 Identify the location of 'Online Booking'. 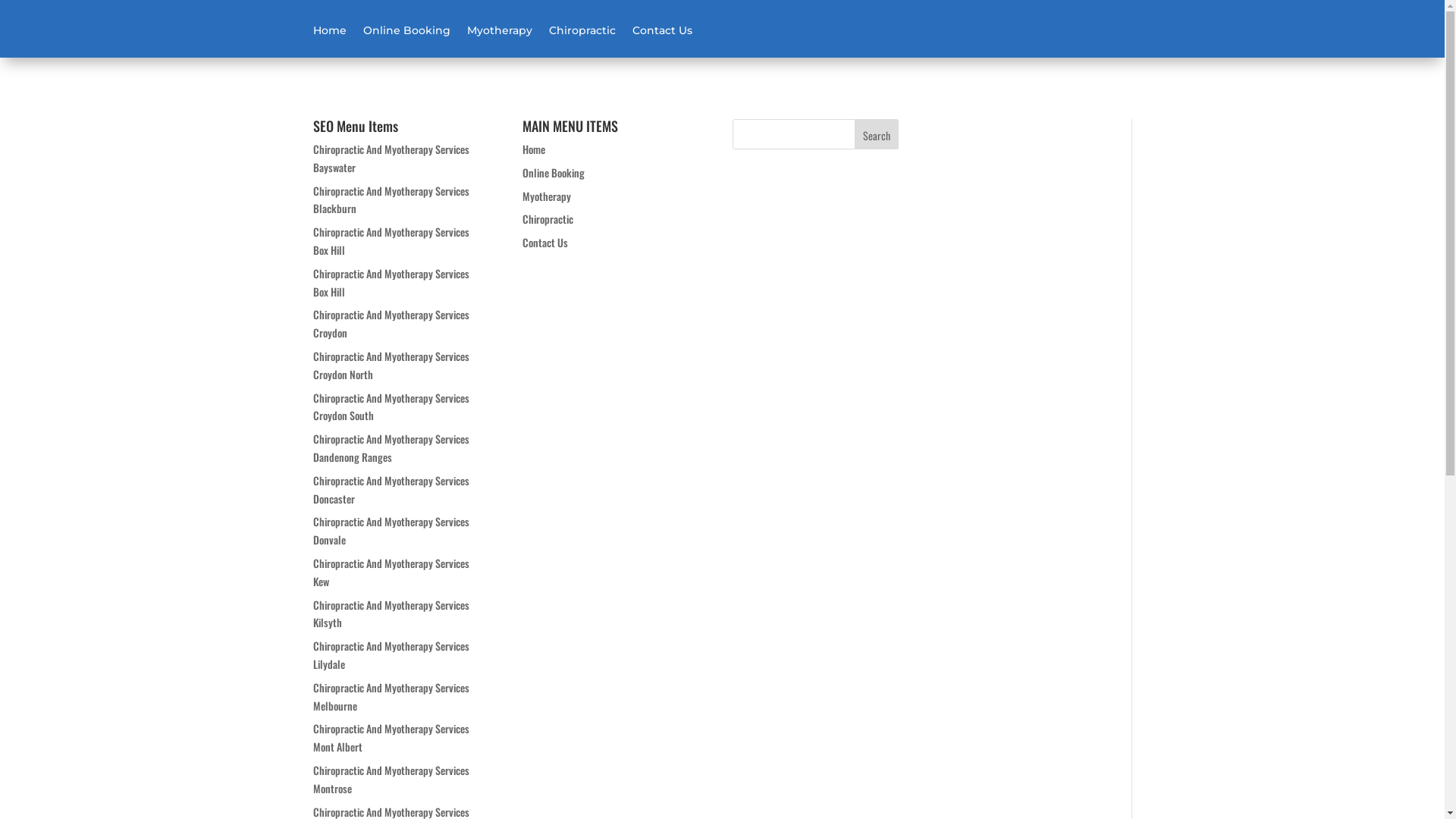
(552, 171).